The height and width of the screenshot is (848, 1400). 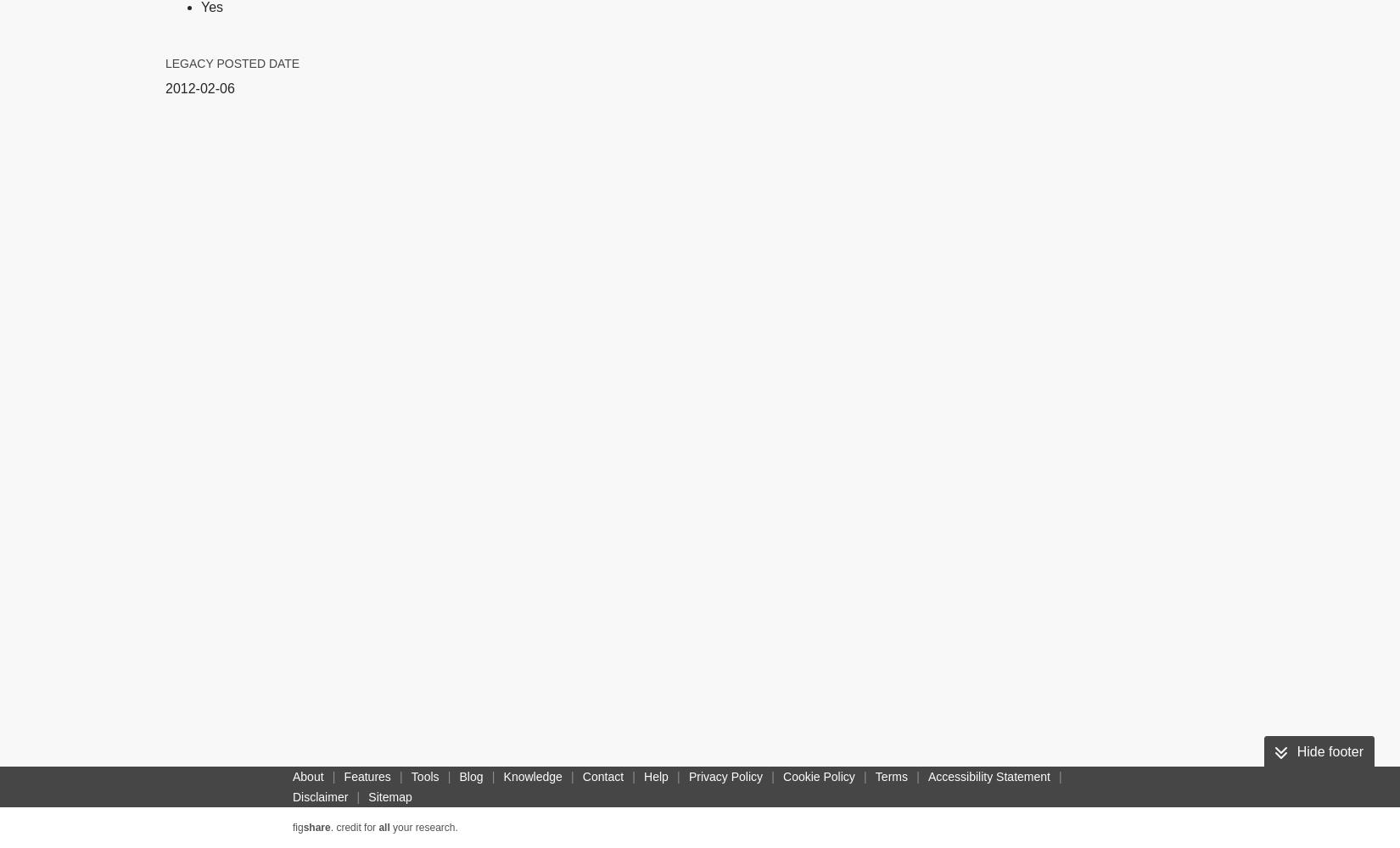 I want to click on 'NLM', so click(x=959, y=53).